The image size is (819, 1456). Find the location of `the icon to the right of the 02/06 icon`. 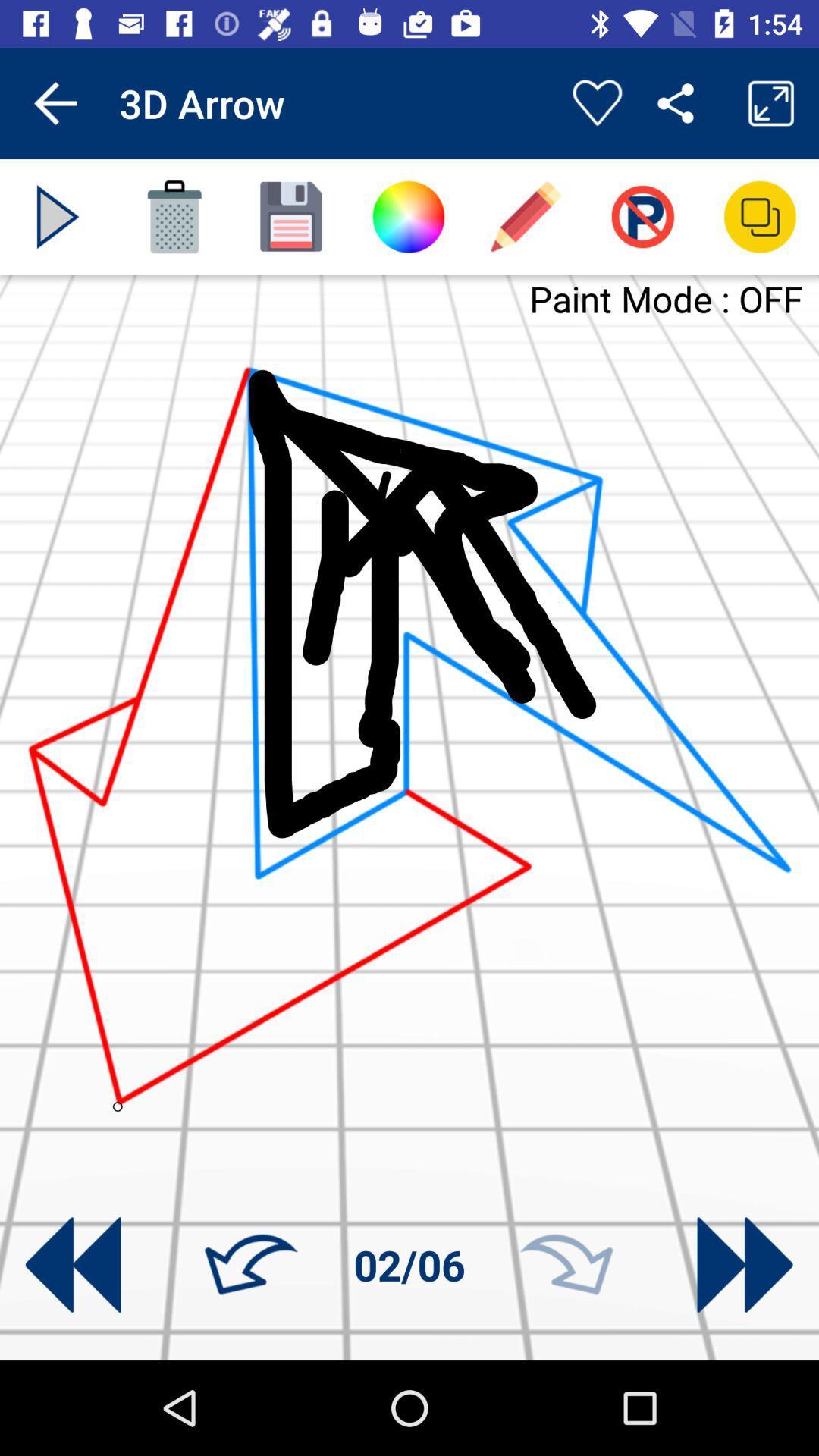

the icon to the right of the 02/06 icon is located at coordinates (566, 1265).